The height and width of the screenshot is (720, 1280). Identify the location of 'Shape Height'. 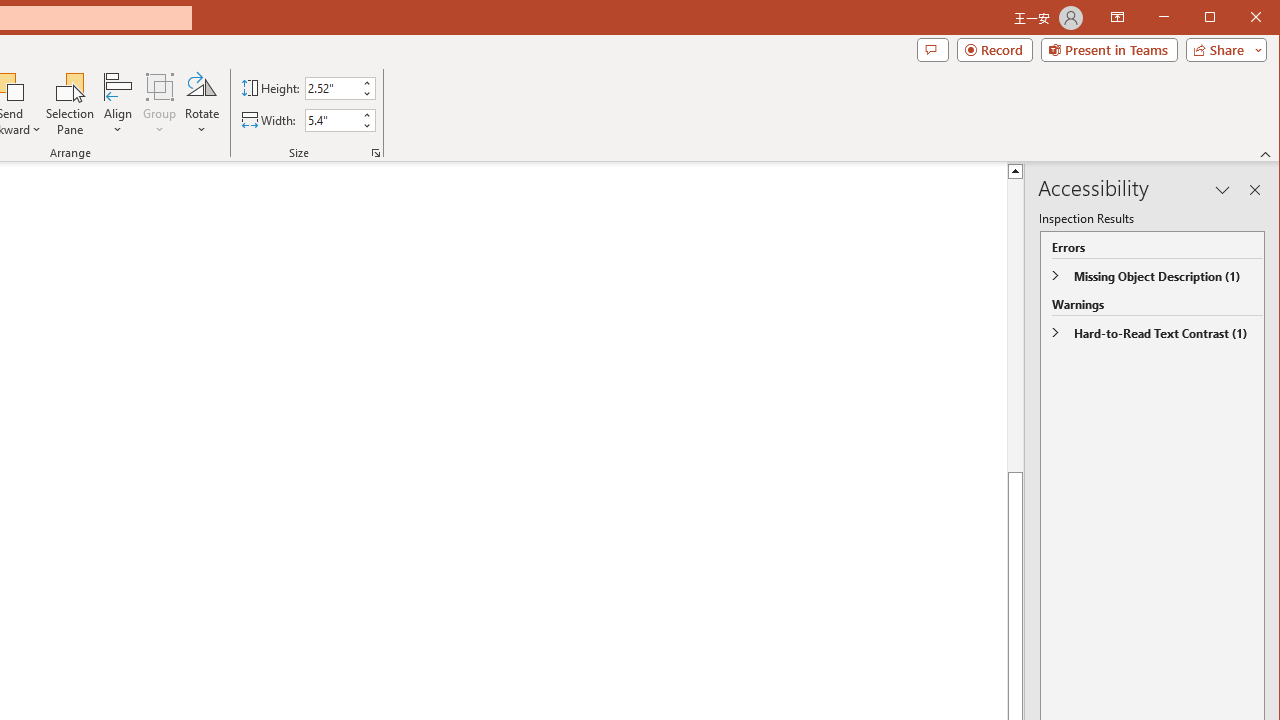
(332, 87).